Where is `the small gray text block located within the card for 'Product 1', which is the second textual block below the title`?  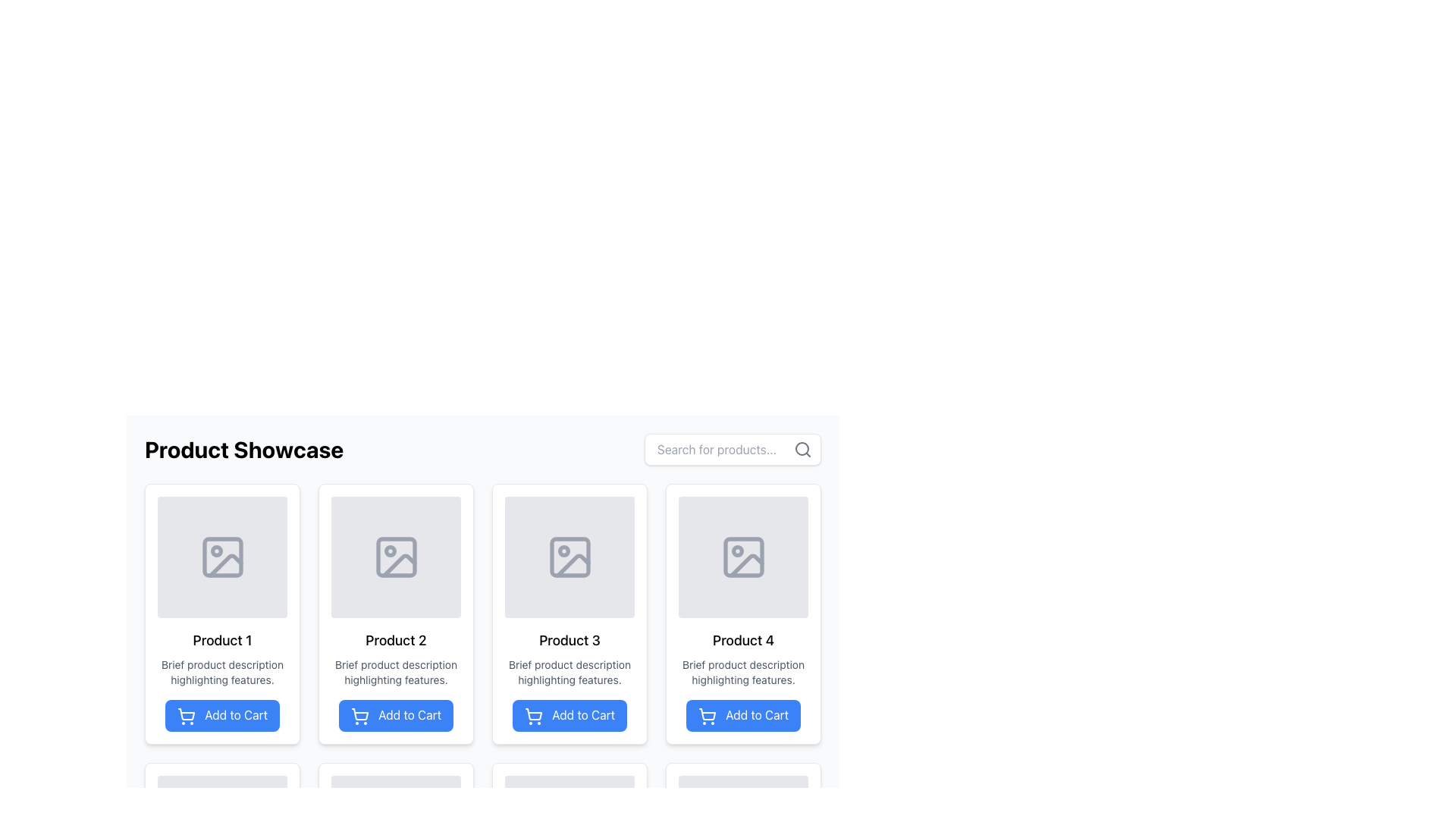
the small gray text block located within the card for 'Product 1', which is the second textual block below the title is located at coordinates (221, 672).